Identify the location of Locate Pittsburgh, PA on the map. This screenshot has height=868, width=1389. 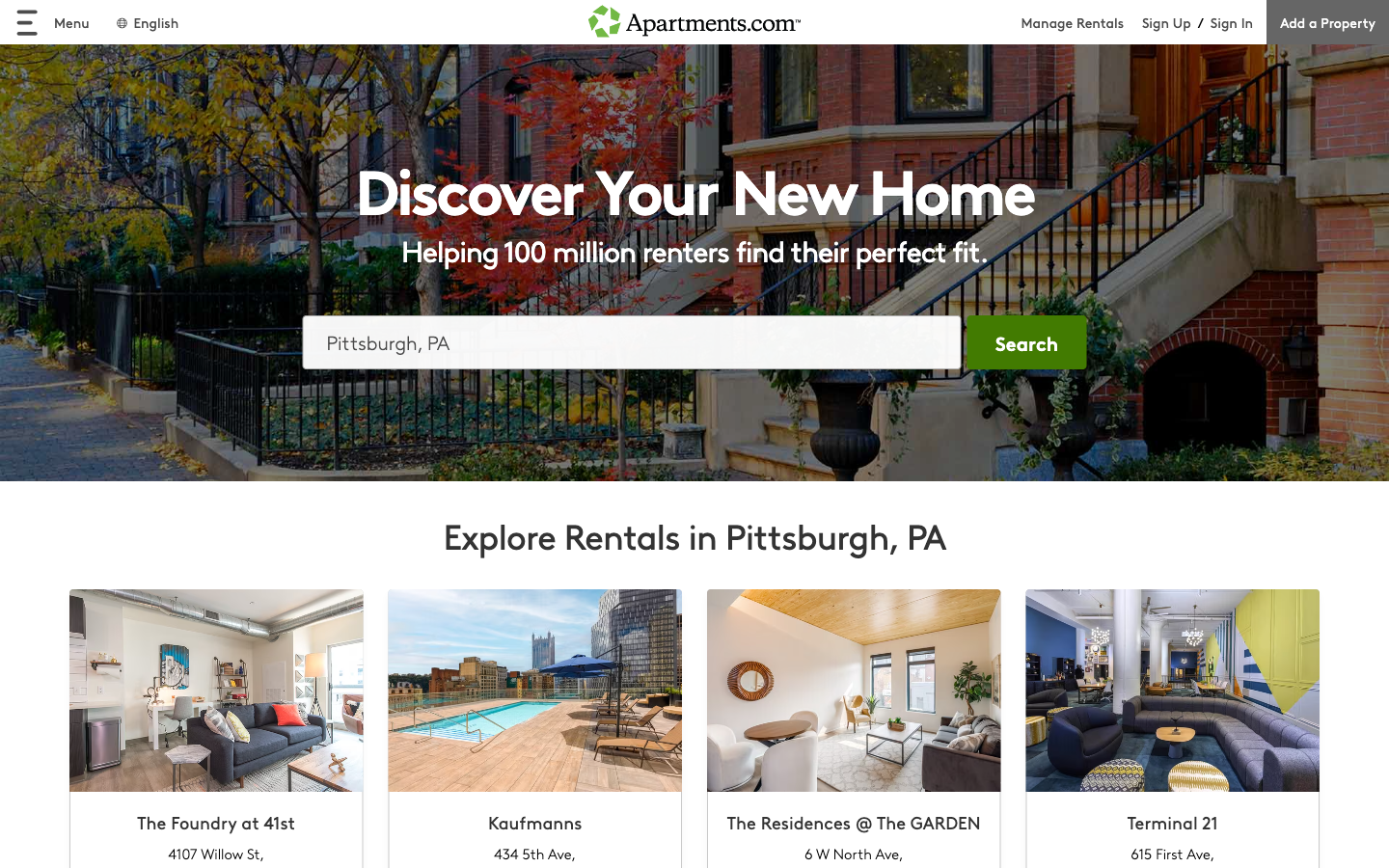
(631, 341).